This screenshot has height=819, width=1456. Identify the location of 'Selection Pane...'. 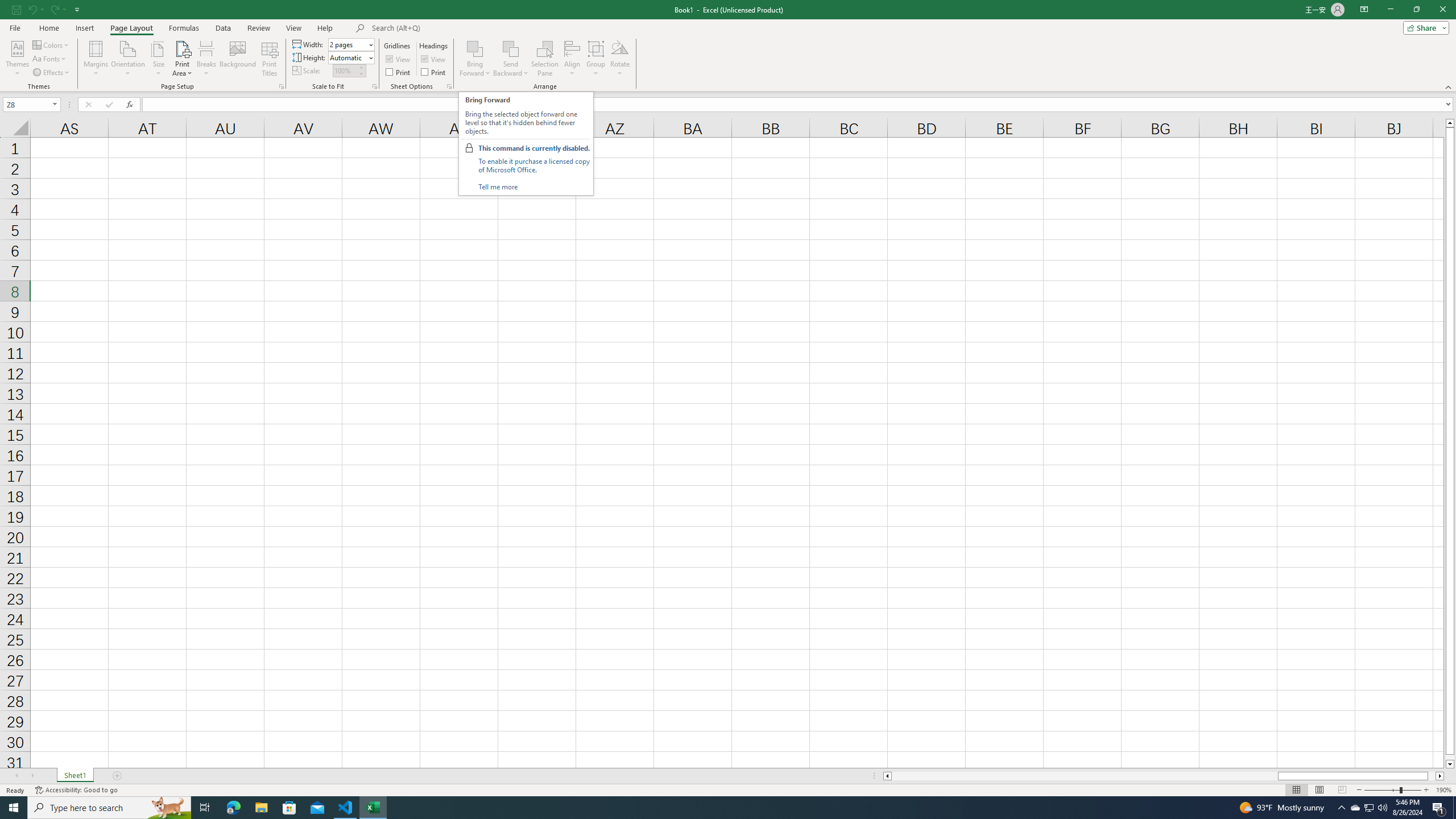
(544, 59).